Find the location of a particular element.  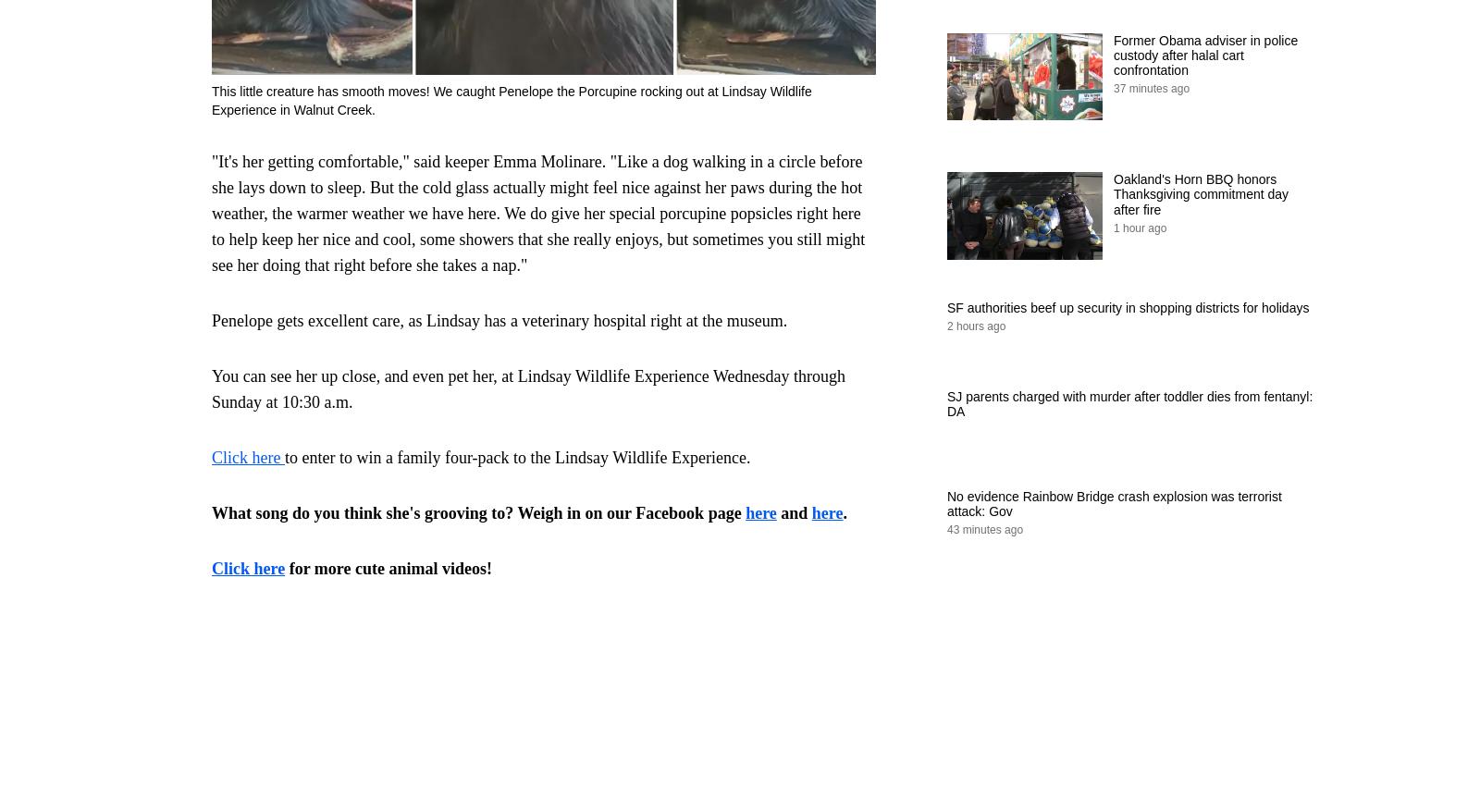

'No evidence Rainbow Bridge crash explosion was terrorist attack: Gov' is located at coordinates (1113, 502).